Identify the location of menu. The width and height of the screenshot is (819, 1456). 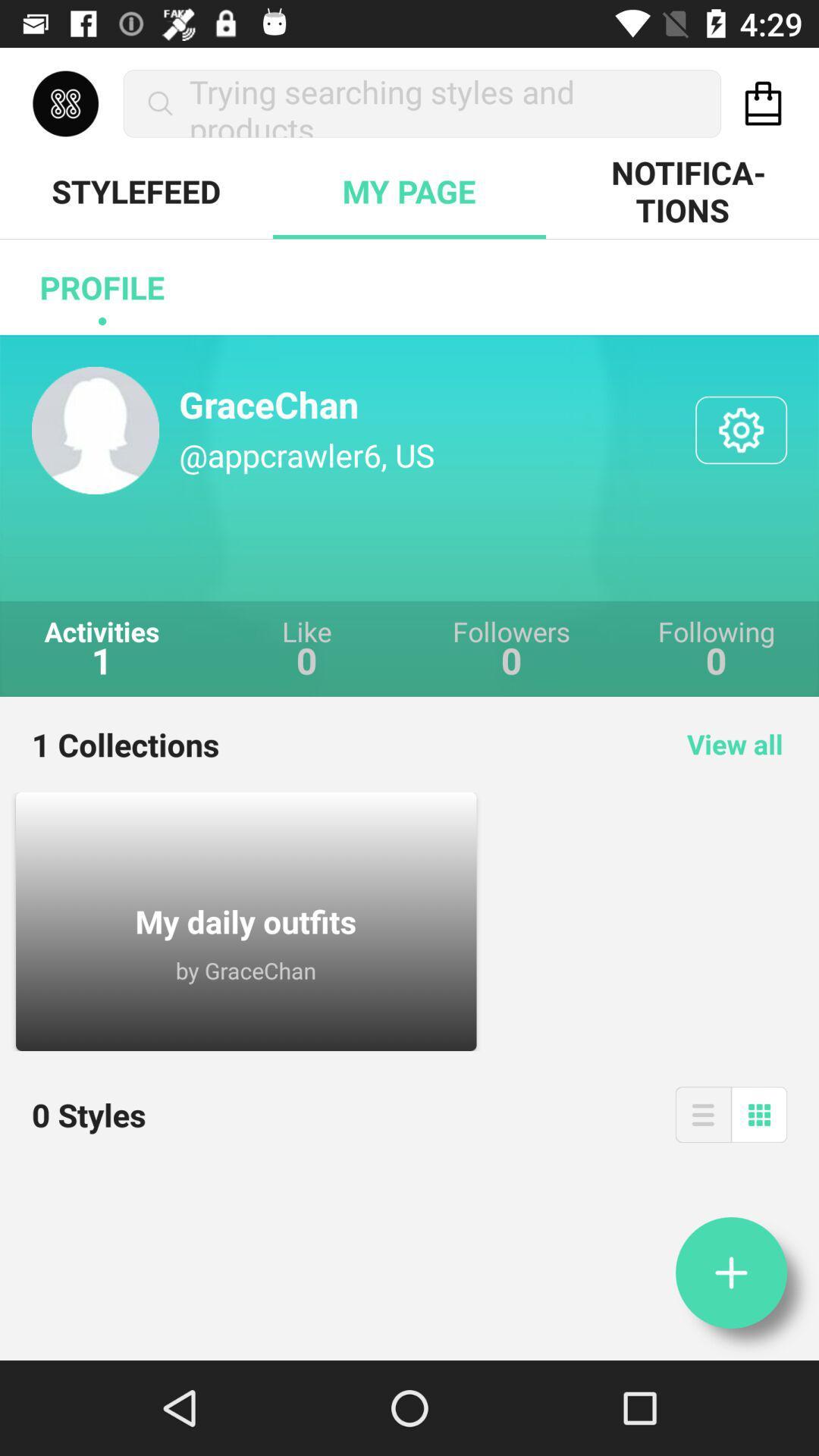
(703, 1114).